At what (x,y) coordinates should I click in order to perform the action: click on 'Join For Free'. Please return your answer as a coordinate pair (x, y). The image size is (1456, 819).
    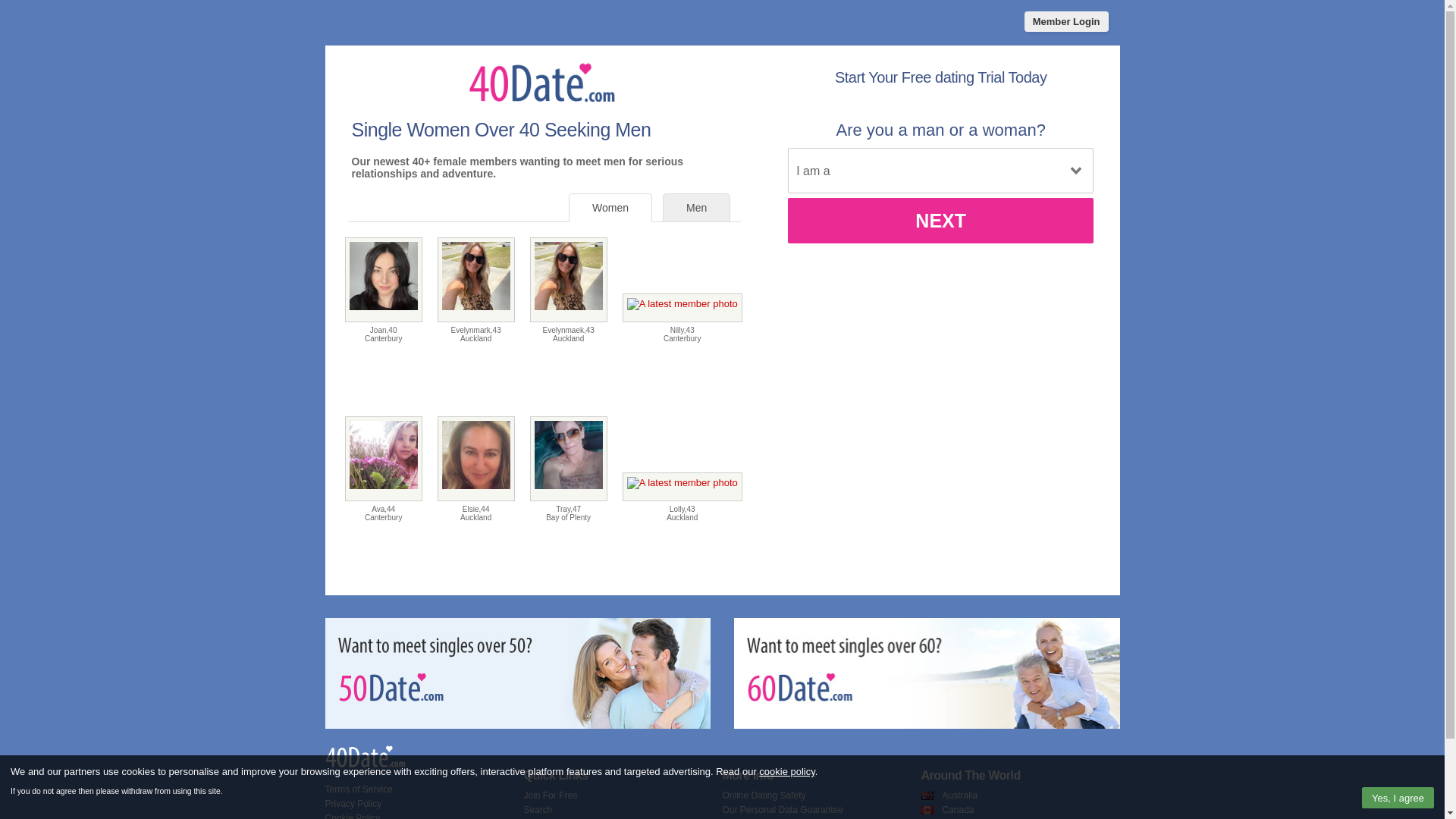
    Looking at the image, I should click on (523, 795).